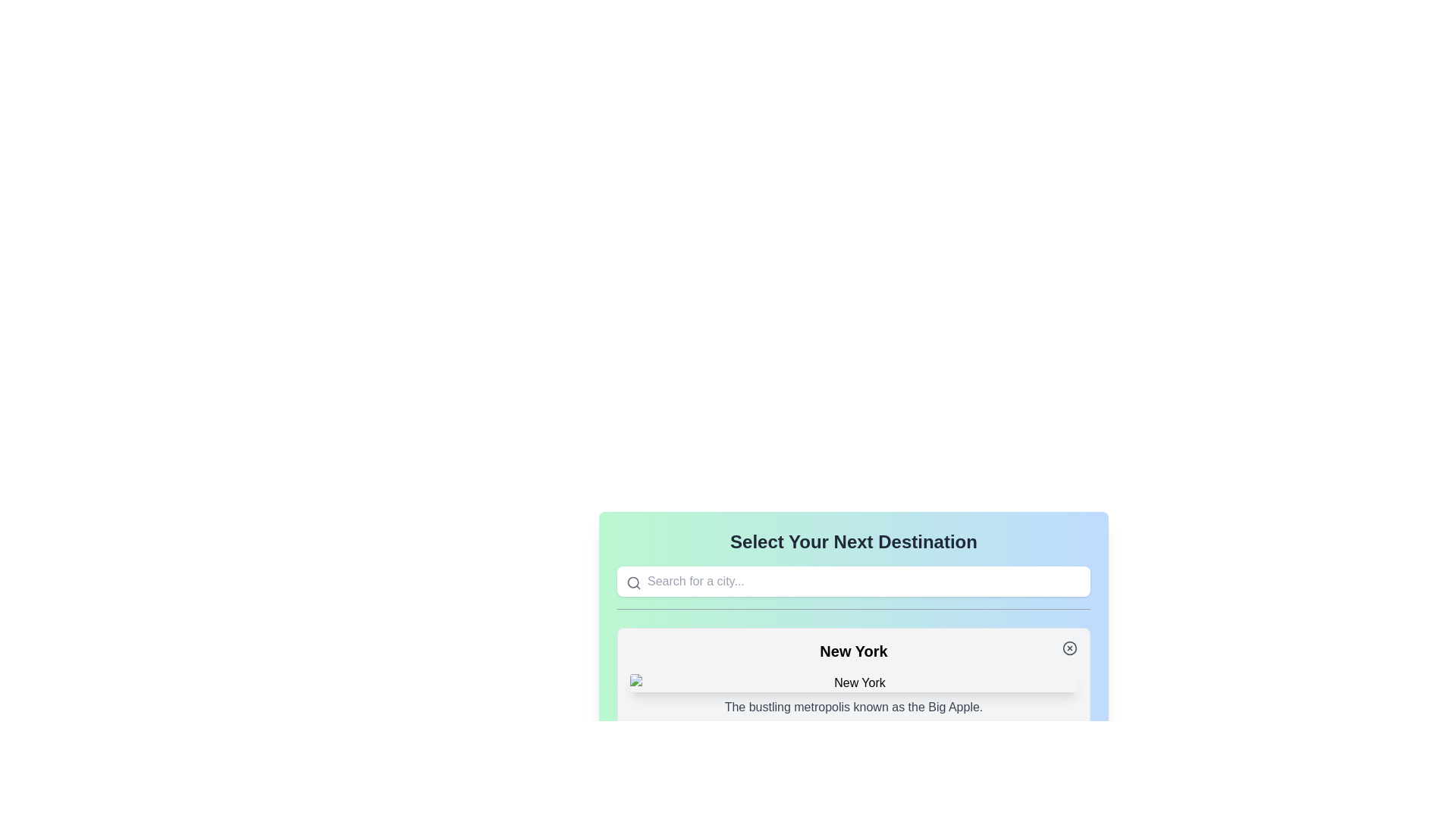  What do you see at coordinates (633, 582) in the screenshot?
I see `the magnifying glass icon styled as an SVG element, which is located at the left edge of the input field for 'Search for a city...'` at bounding box center [633, 582].